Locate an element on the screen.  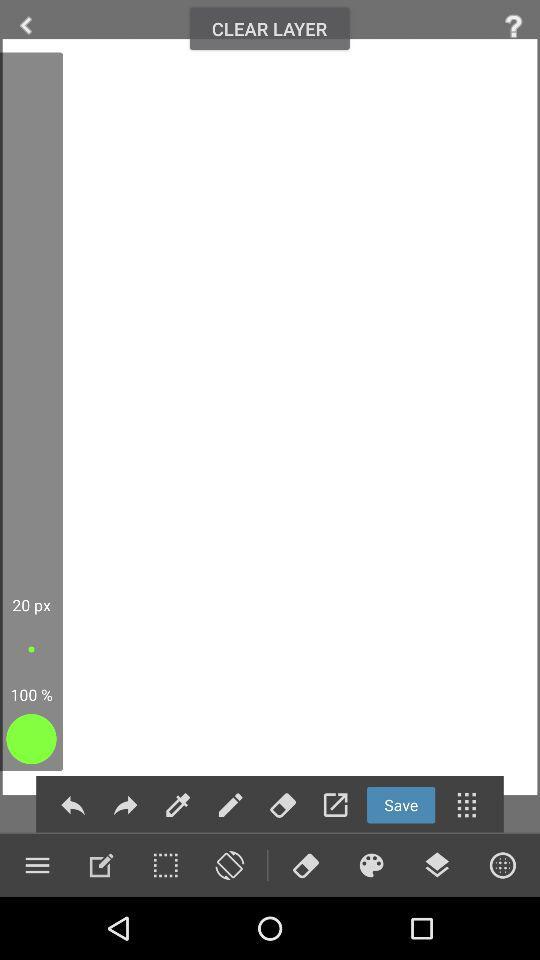
get help is located at coordinates (513, 25).